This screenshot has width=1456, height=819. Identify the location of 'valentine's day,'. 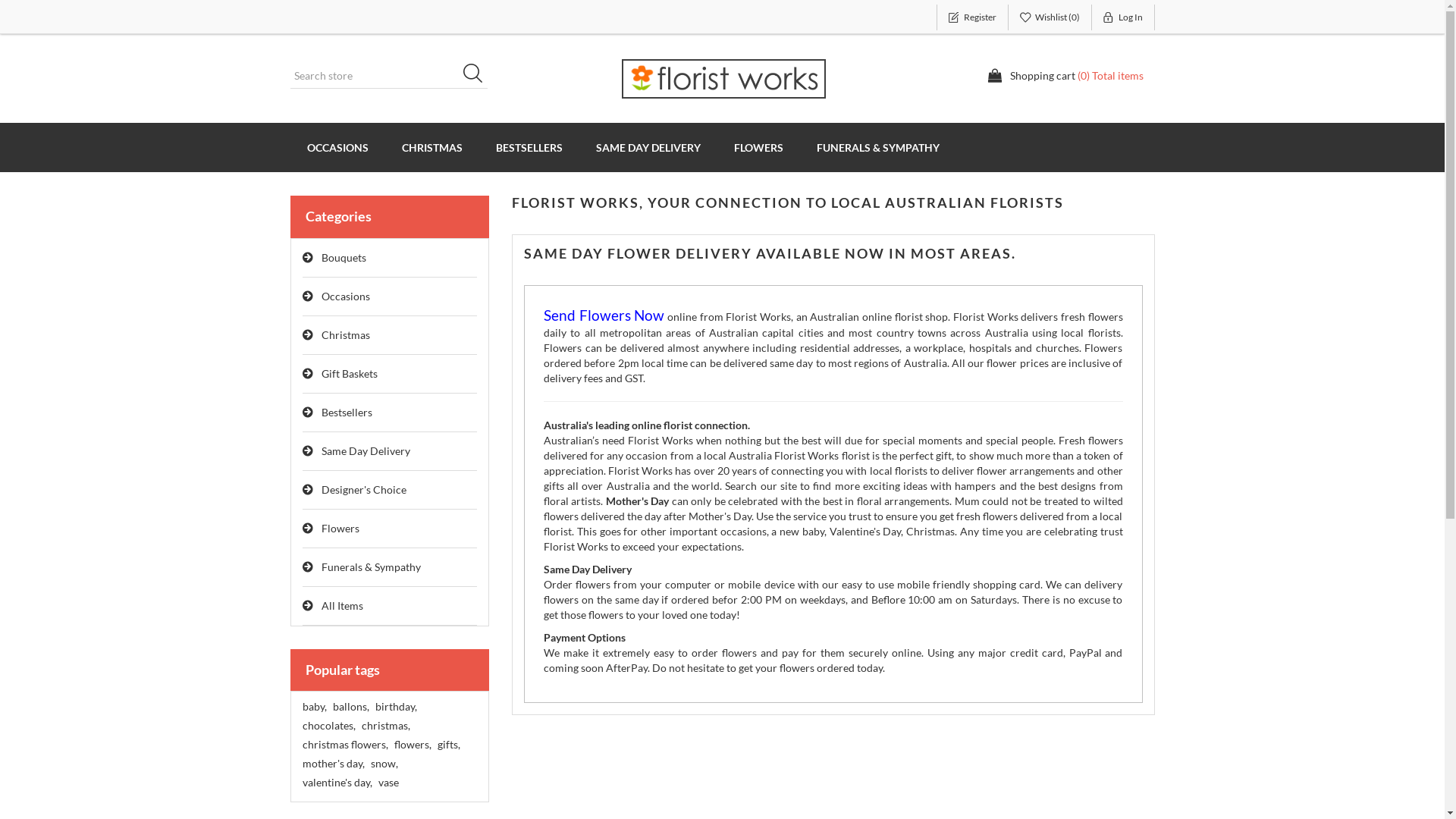
(302, 783).